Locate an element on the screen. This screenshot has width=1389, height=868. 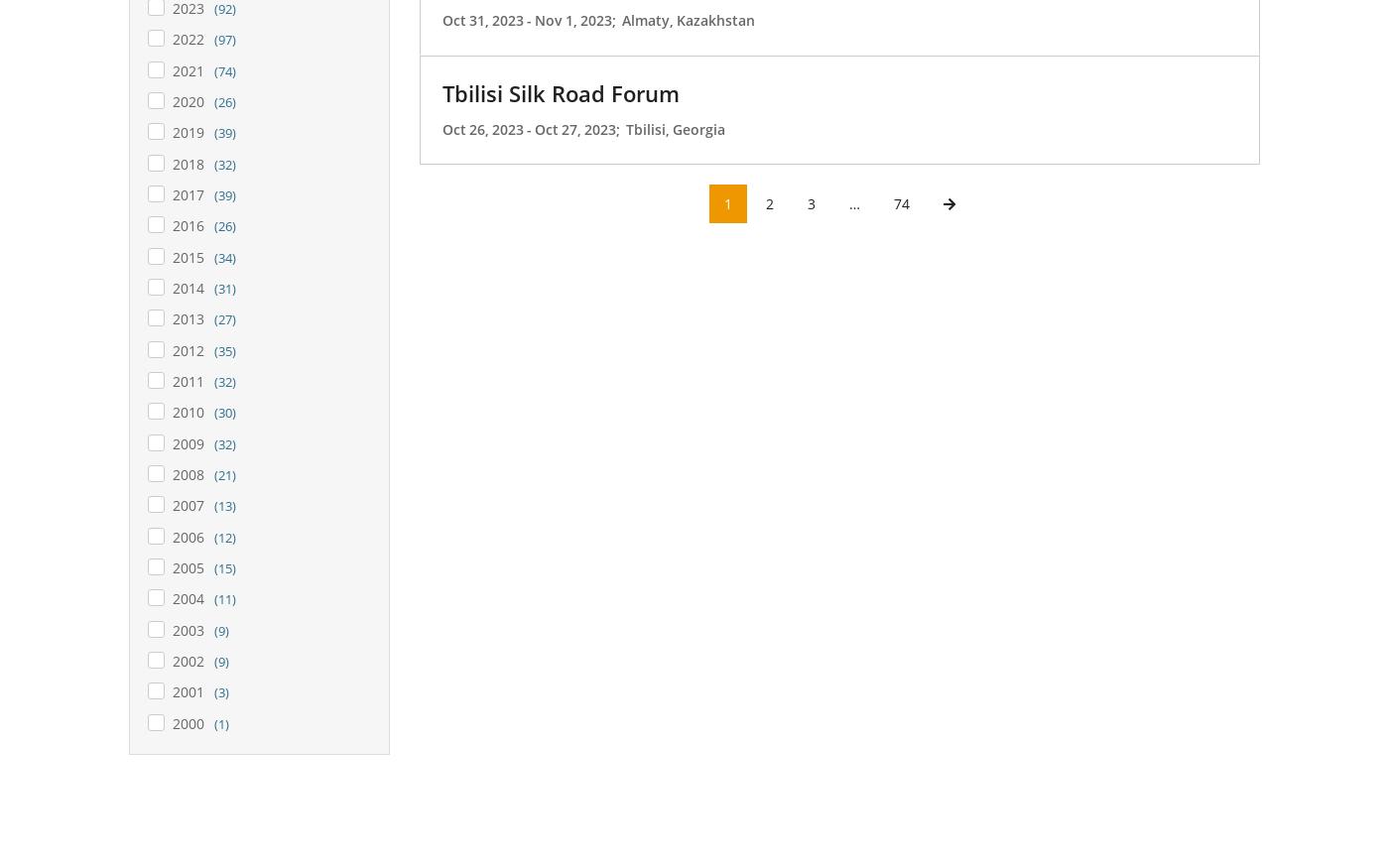
'2022' is located at coordinates (188, 38).